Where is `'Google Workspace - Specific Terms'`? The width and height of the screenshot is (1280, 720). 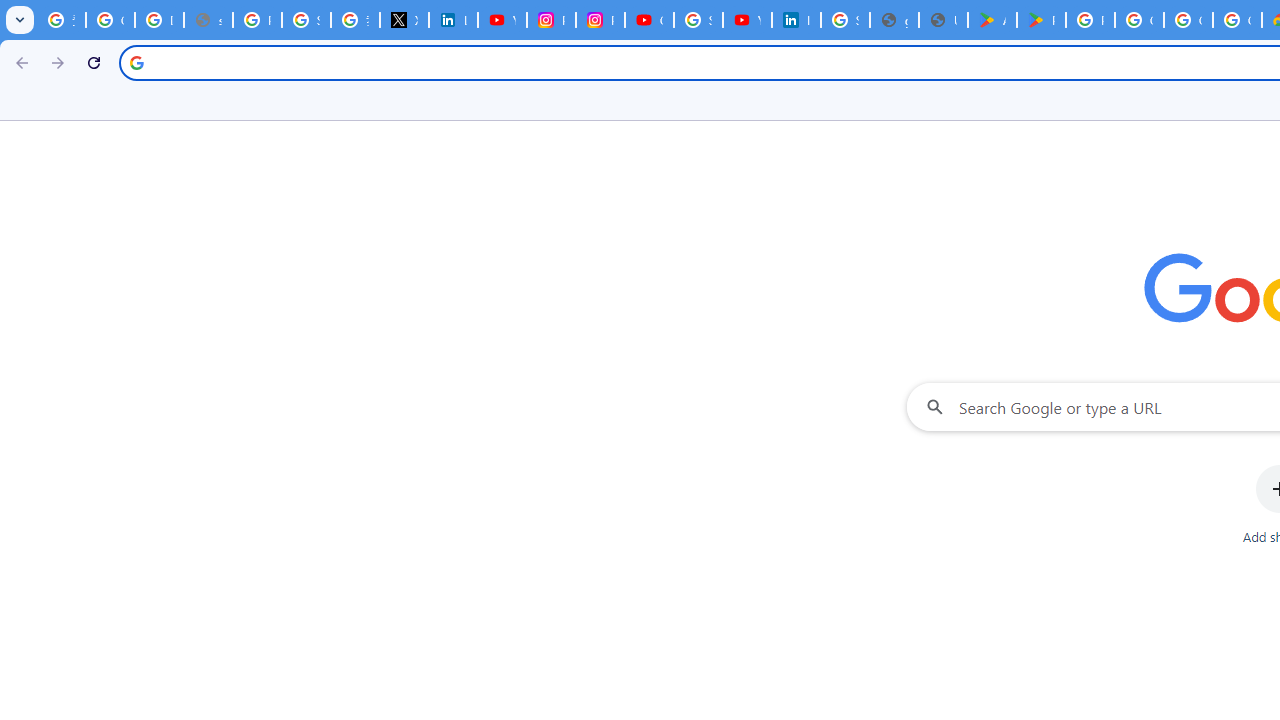 'Google Workspace - Specific Terms' is located at coordinates (1236, 20).